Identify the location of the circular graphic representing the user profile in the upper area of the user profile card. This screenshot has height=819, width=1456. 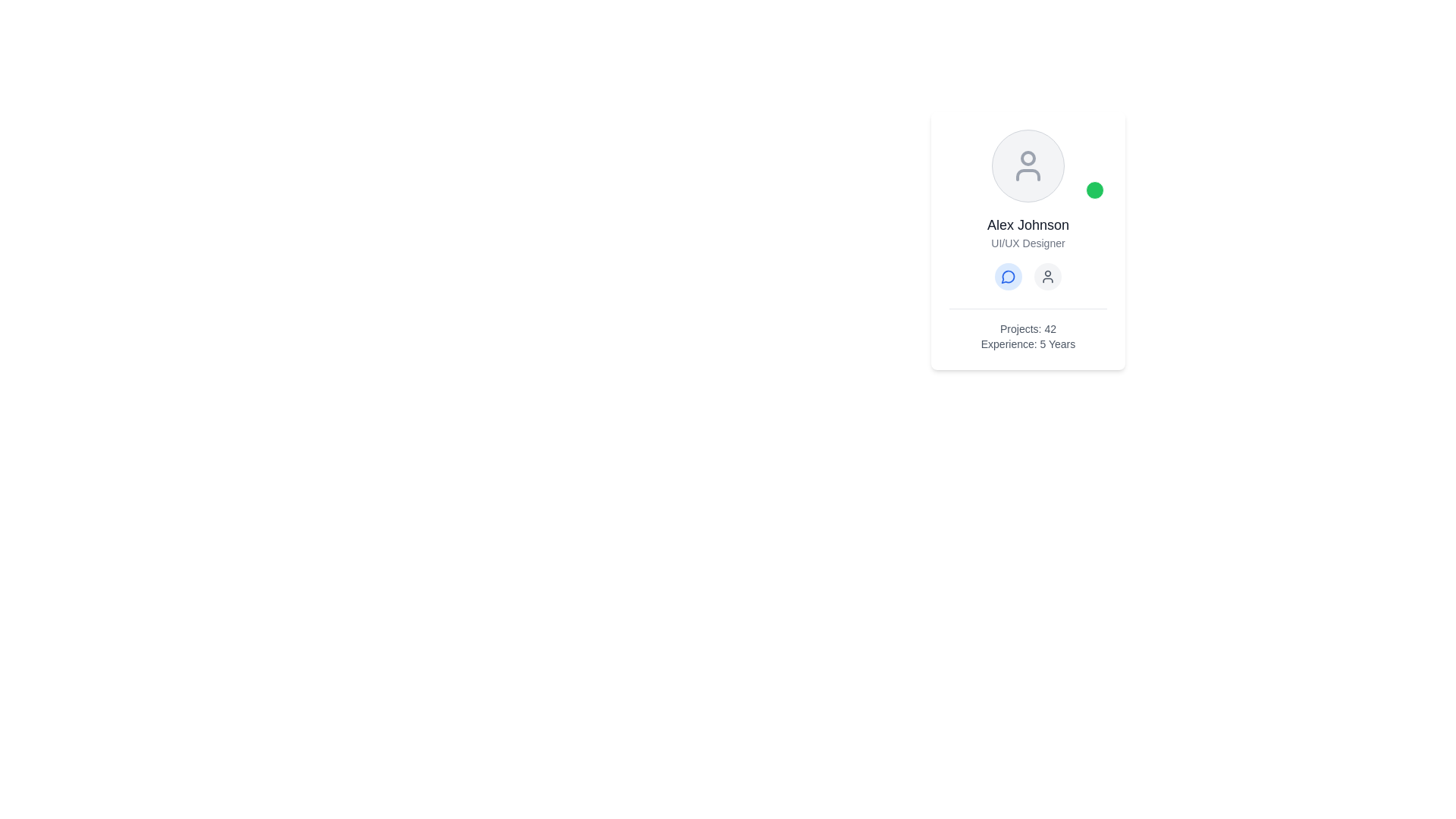
(1028, 158).